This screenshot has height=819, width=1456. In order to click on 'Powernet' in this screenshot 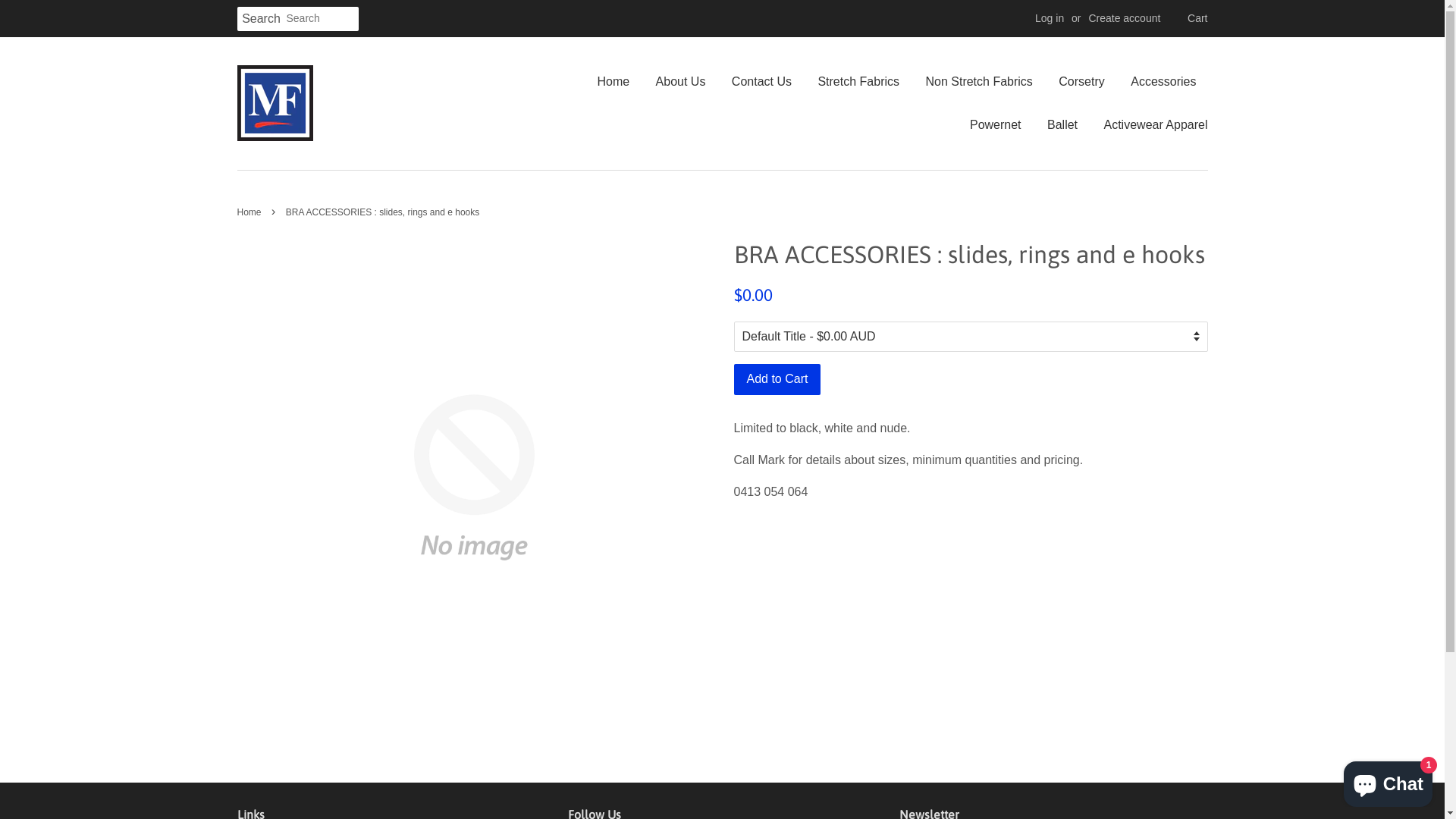, I will do `click(996, 124)`.